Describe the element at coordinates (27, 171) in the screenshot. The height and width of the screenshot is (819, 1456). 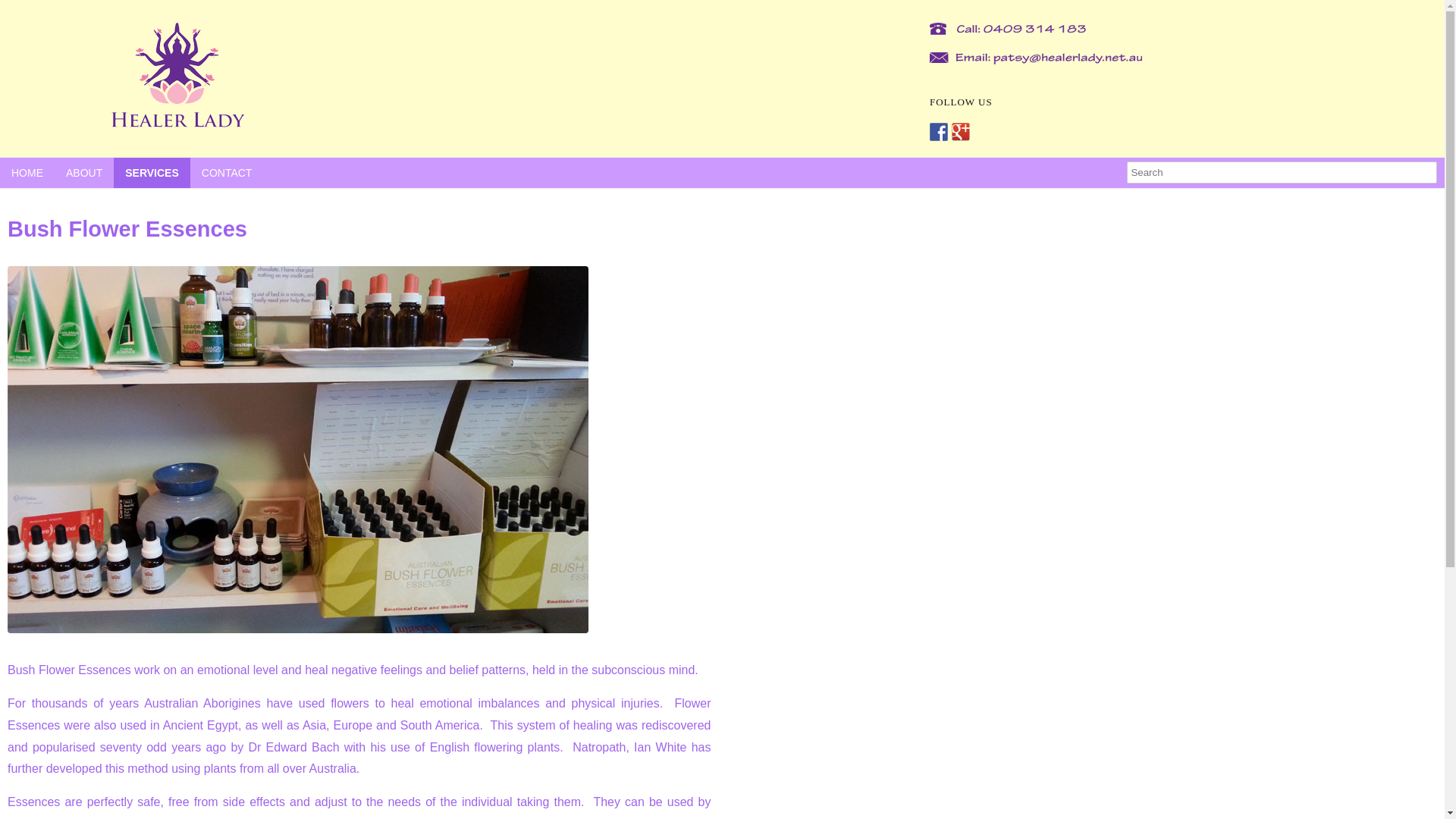
I see `'HOME'` at that location.